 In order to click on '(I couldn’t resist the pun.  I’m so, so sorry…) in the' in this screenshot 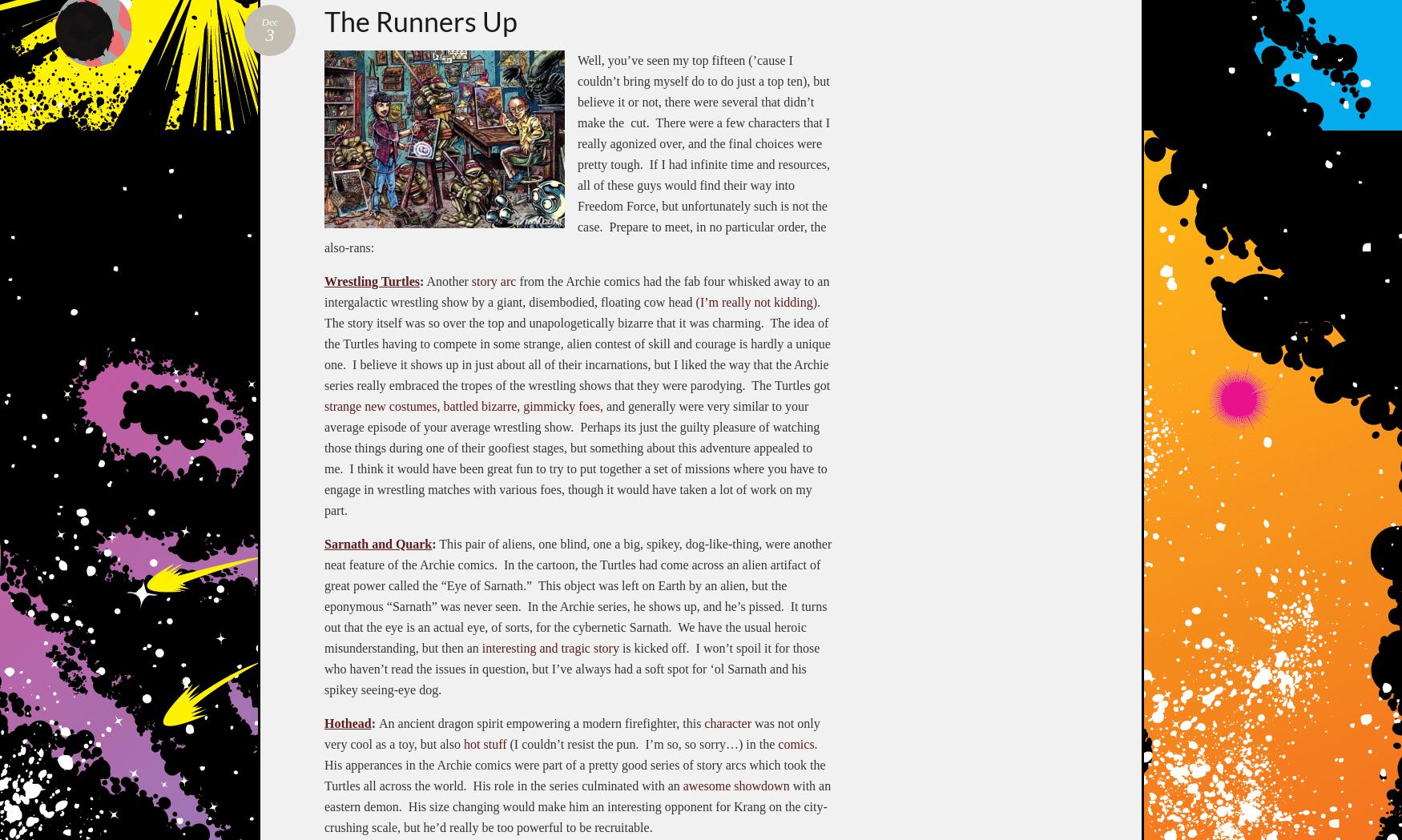, I will do `click(641, 742)`.